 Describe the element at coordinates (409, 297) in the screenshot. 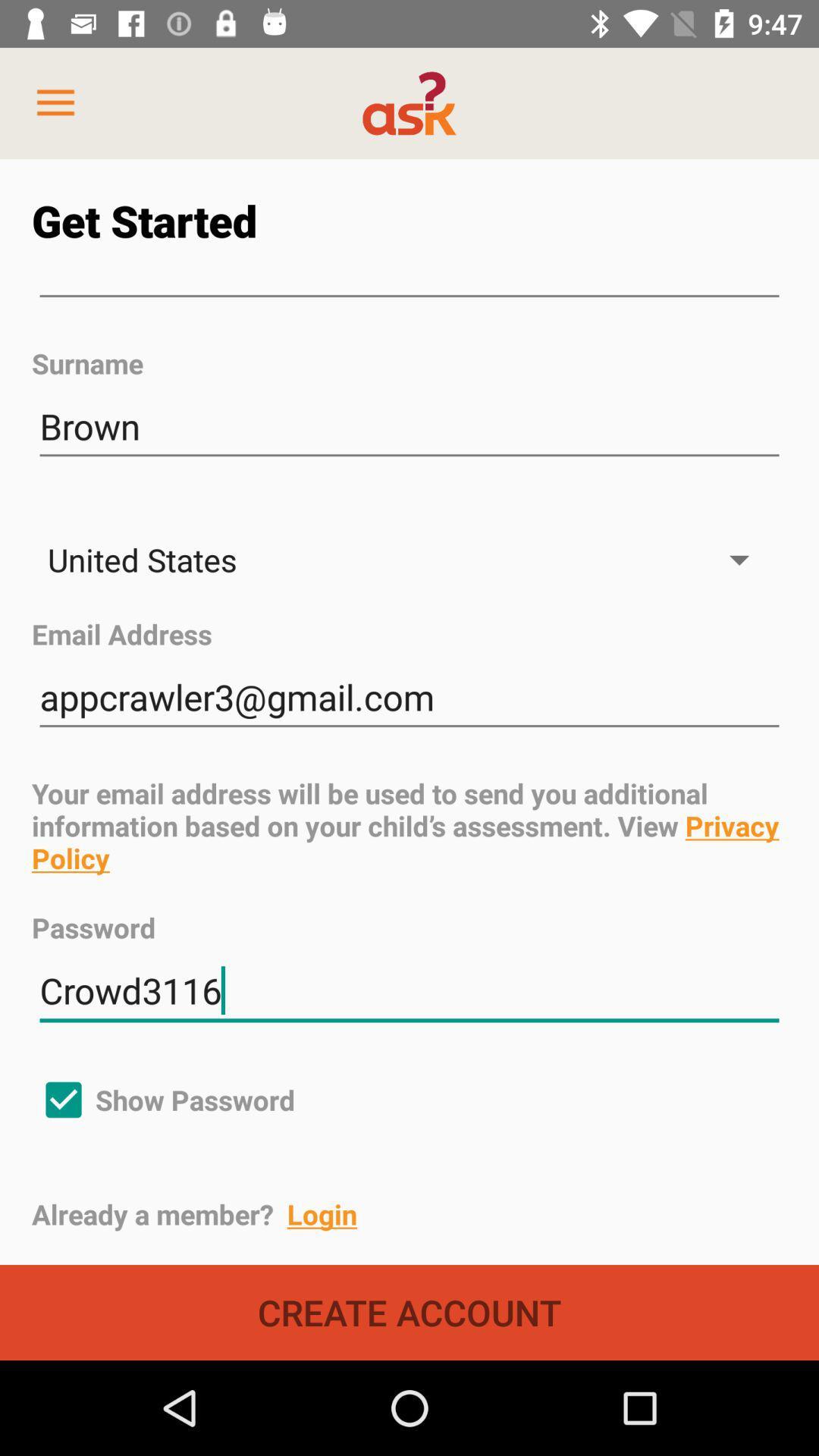

I see `jon item` at that location.